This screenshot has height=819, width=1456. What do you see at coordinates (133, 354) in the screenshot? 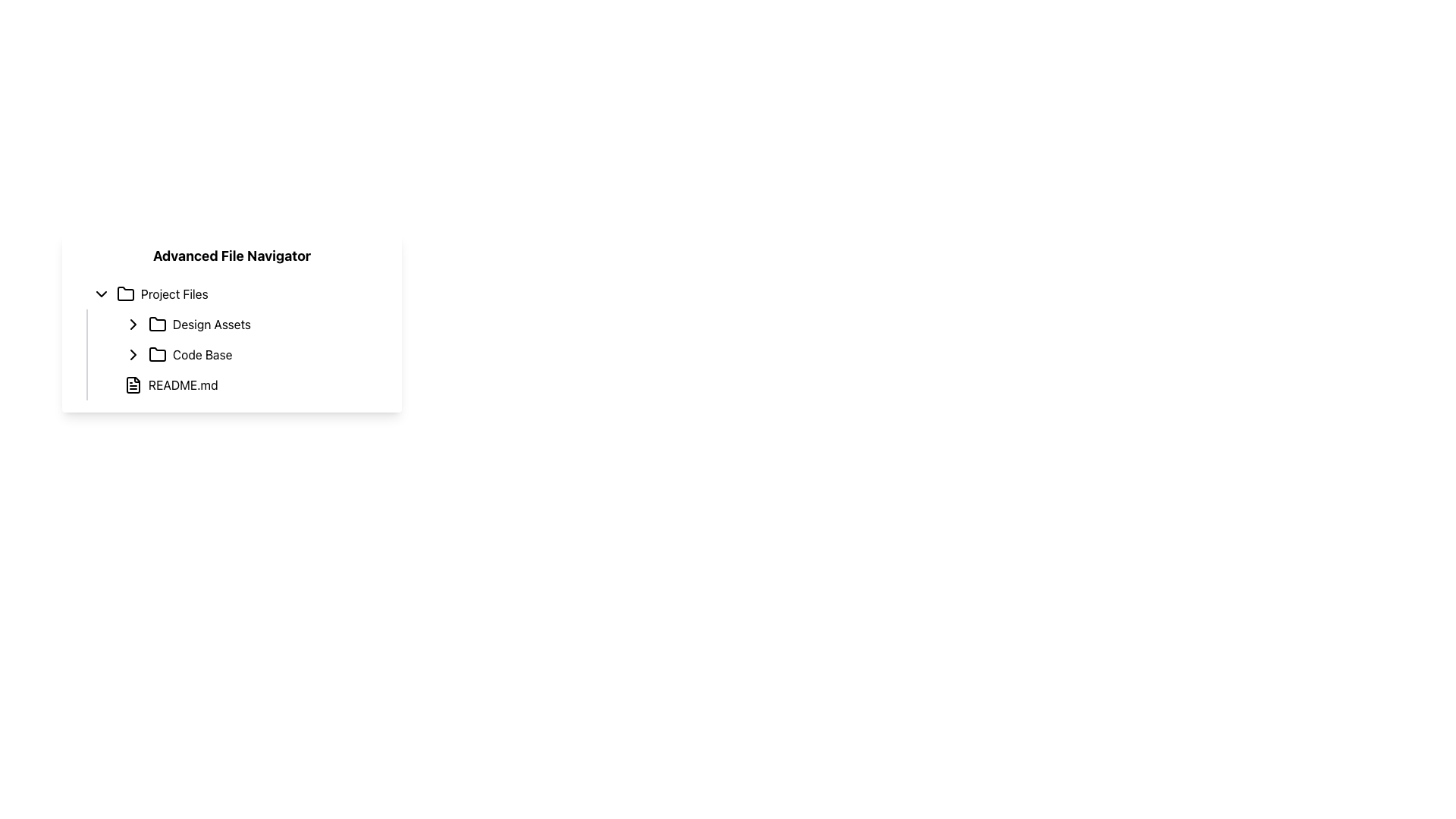
I see `the chevron icon located to the left of the 'Code Base' label` at bounding box center [133, 354].